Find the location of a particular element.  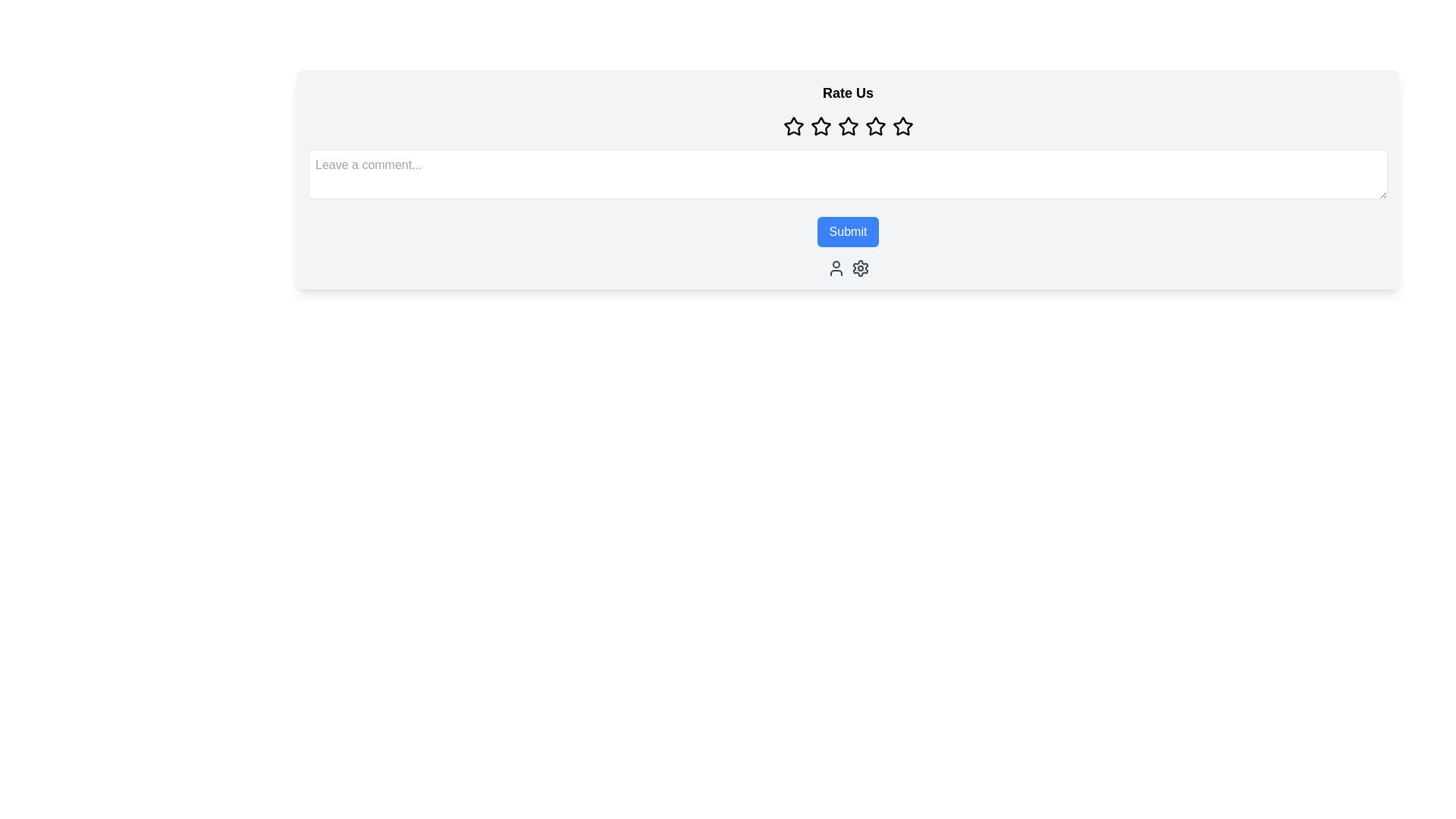

the second star icon in the horizontal sequence of five identical stars under the 'Rate Us' heading to rate it is located at coordinates (820, 125).